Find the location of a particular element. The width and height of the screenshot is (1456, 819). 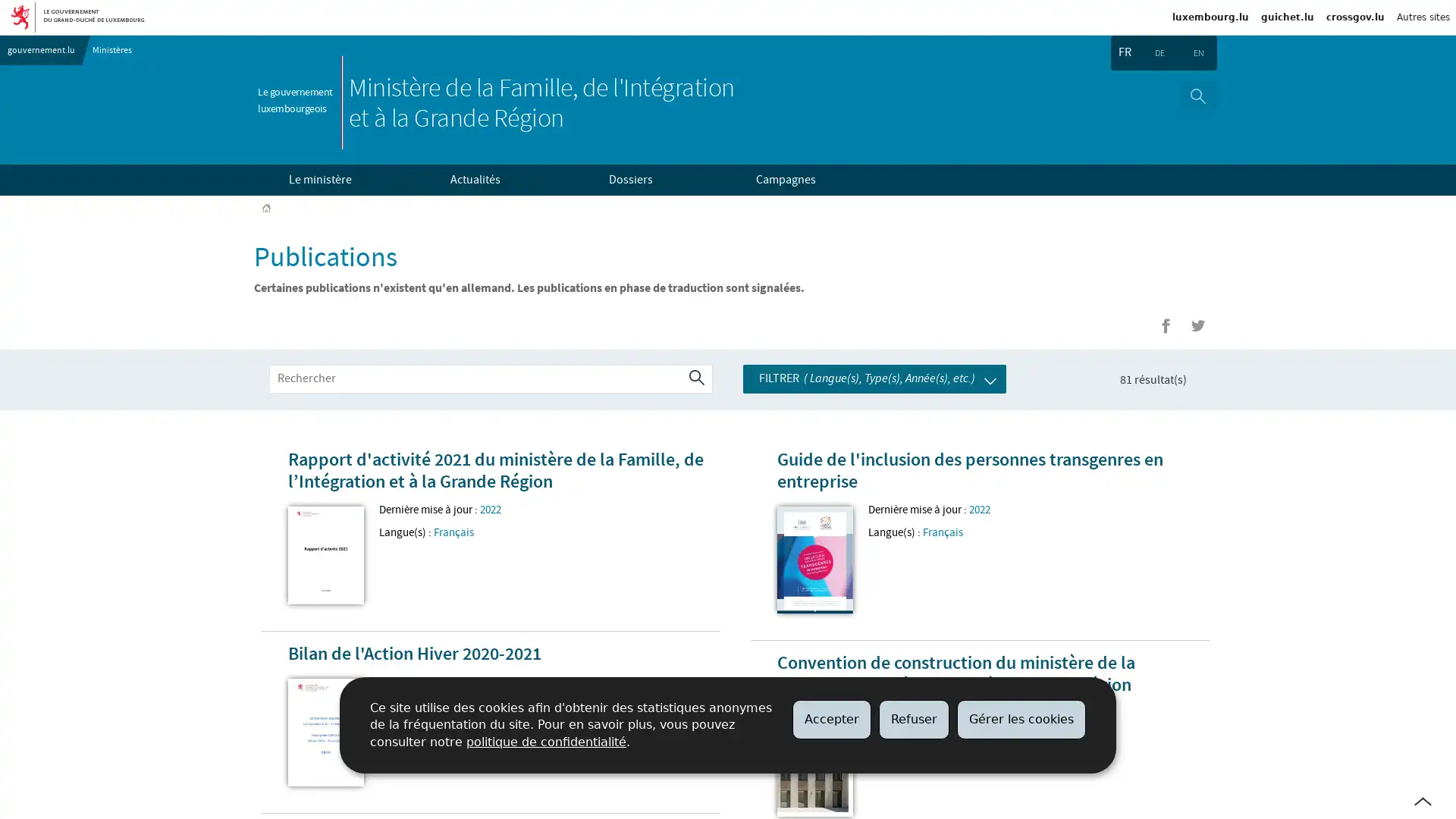

Rechercher is located at coordinates (1197, 96).